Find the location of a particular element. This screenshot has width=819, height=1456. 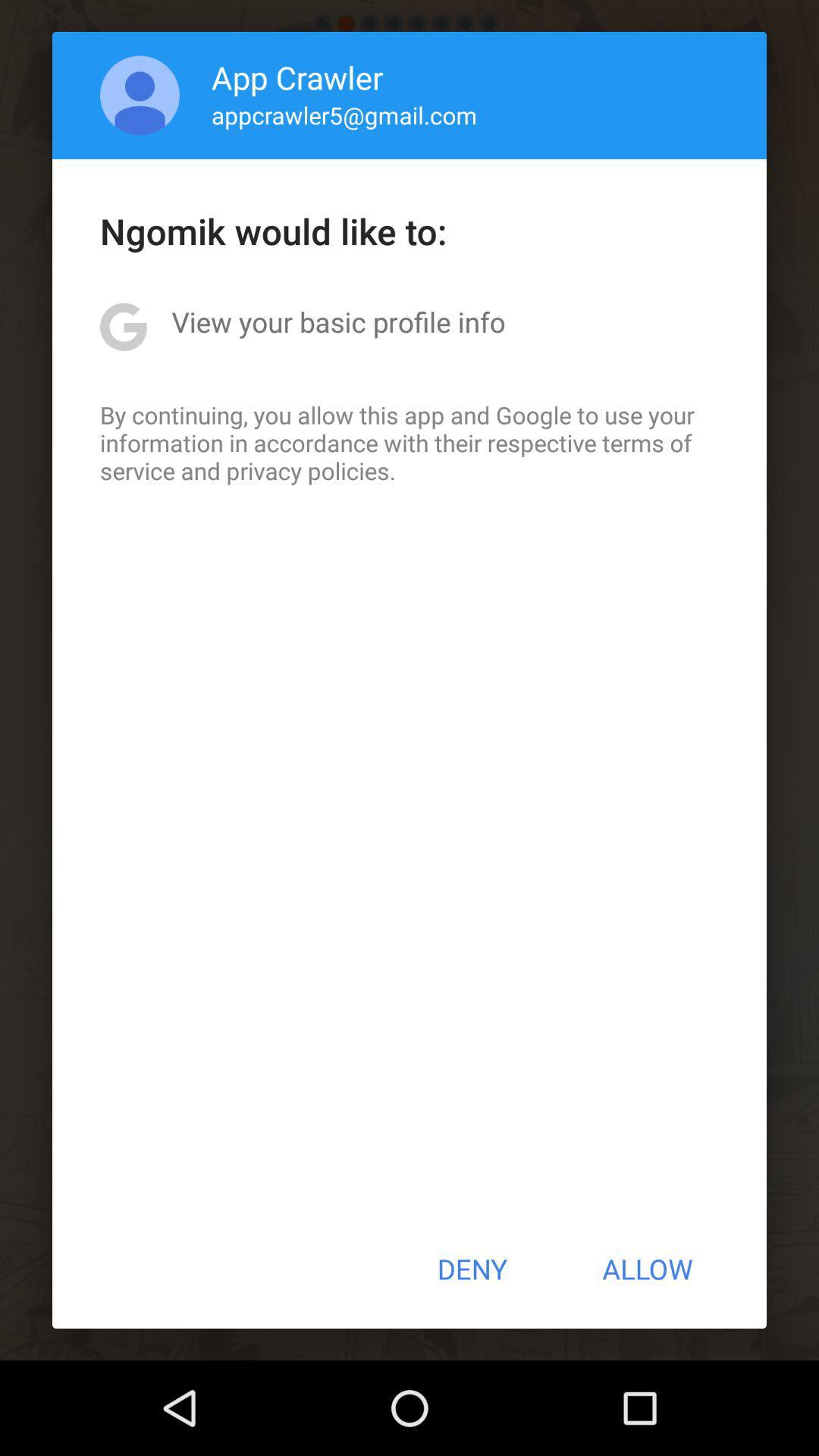

item below the ngomik would like is located at coordinates (337, 321).